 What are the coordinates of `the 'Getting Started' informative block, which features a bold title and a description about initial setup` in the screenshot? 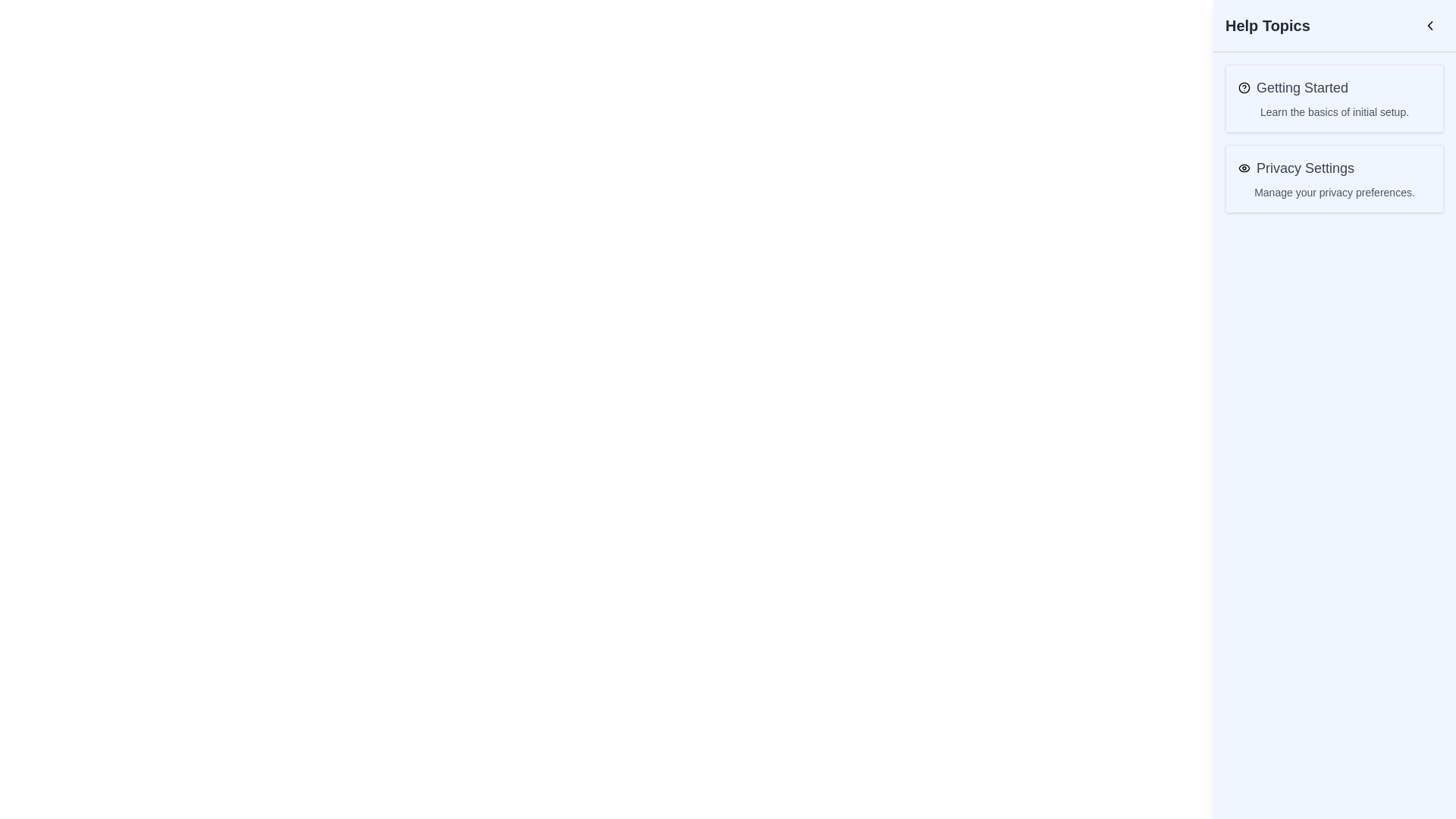 It's located at (1335, 99).